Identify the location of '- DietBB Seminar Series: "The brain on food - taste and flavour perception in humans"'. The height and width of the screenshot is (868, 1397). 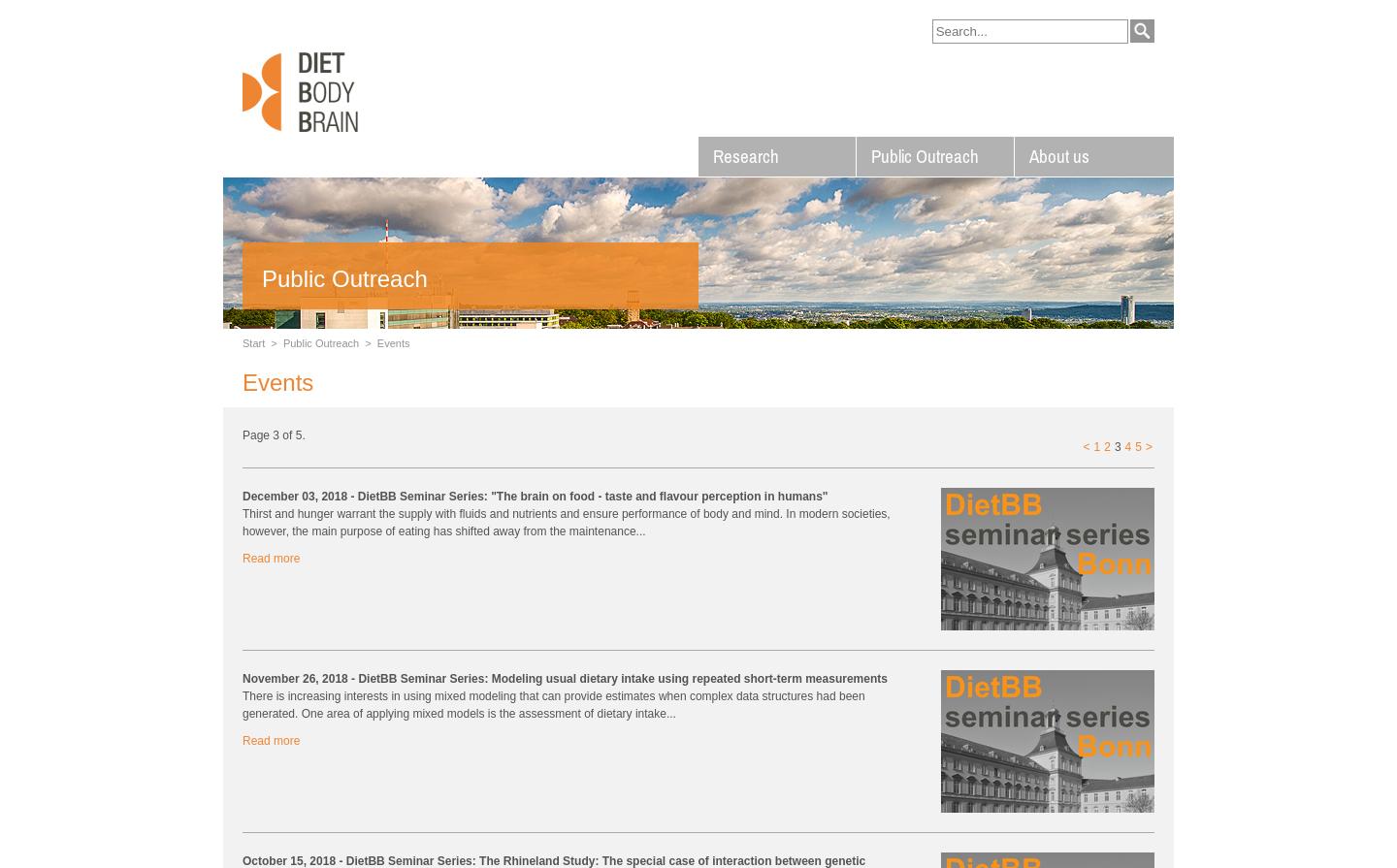
(587, 494).